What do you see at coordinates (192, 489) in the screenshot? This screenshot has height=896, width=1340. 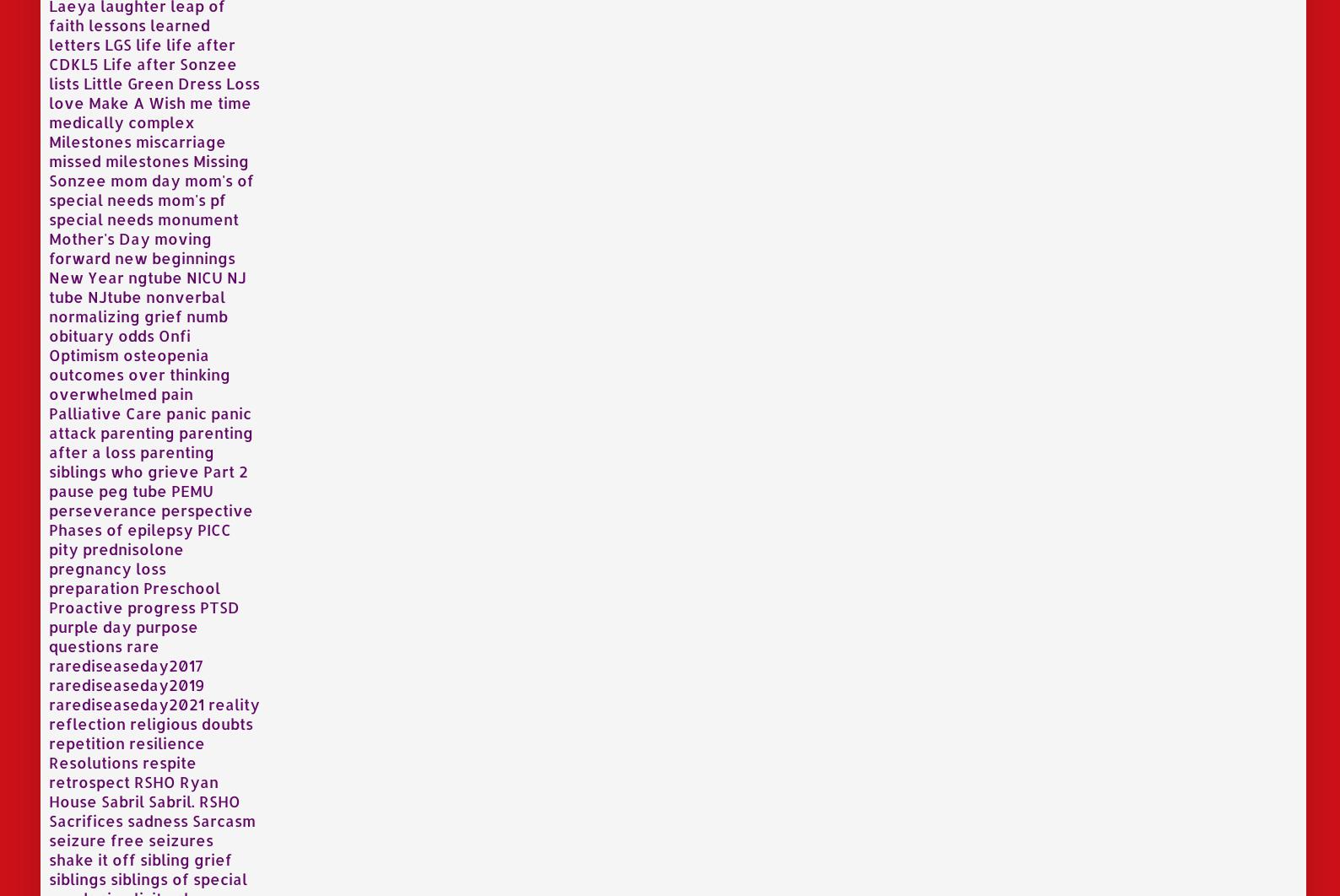 I see `'PEMU'` at bounding box center [192, 489].